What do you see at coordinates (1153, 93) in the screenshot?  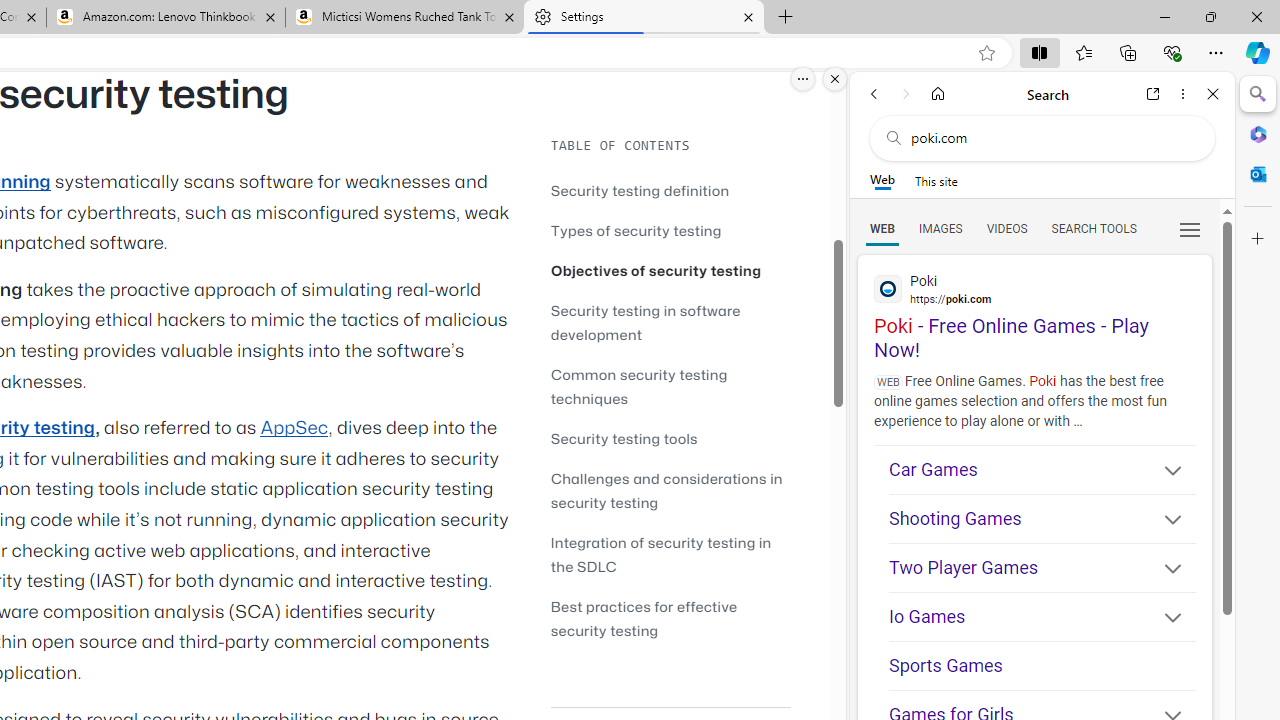 I see `'Open link in new tab'` at bounding box center [1153, 93].